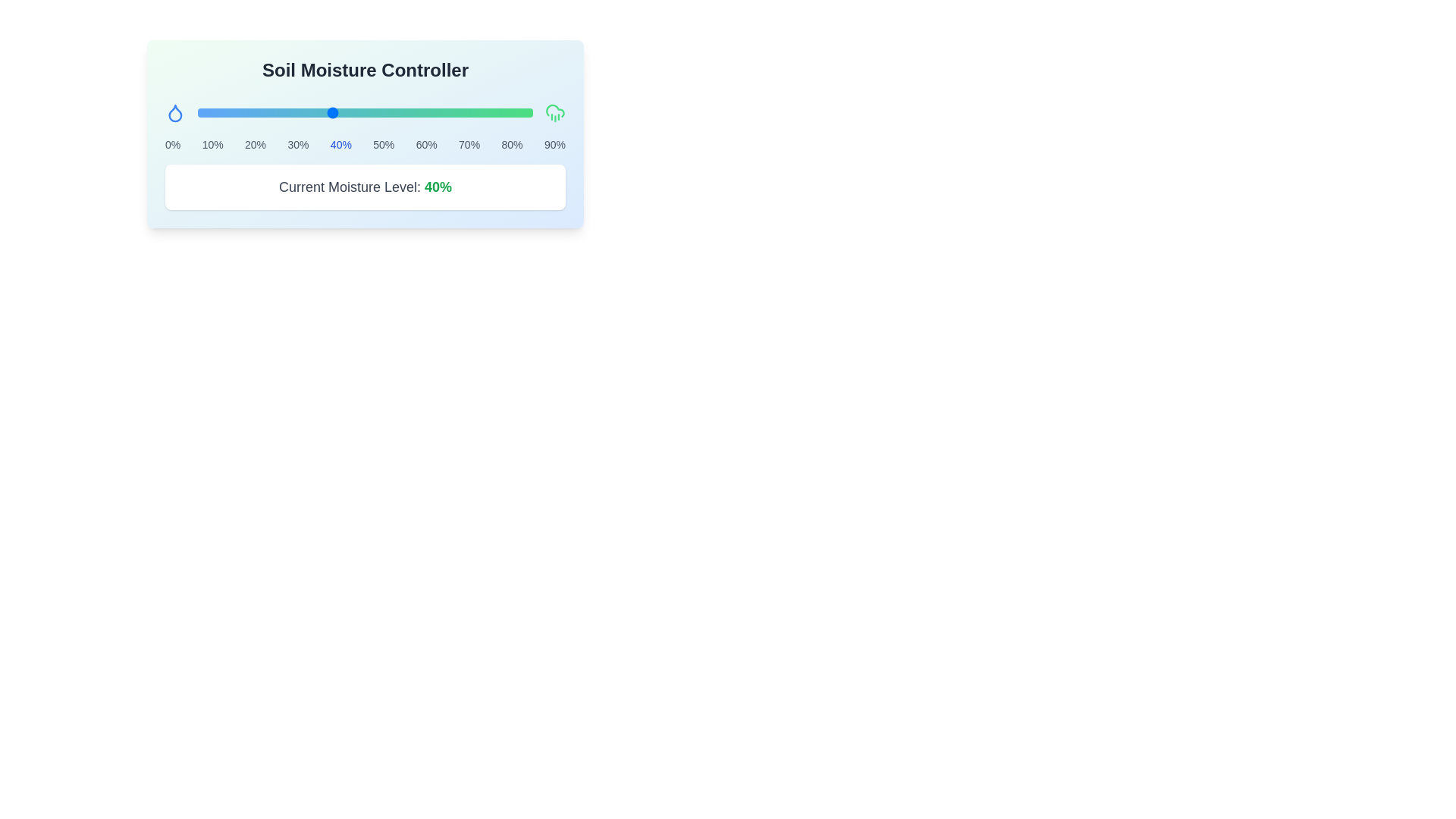 Image resolution: width=1456 pixels, height=819 pixels. I want to click on the slider to set the moisture level to 52%, so click(372, 112).